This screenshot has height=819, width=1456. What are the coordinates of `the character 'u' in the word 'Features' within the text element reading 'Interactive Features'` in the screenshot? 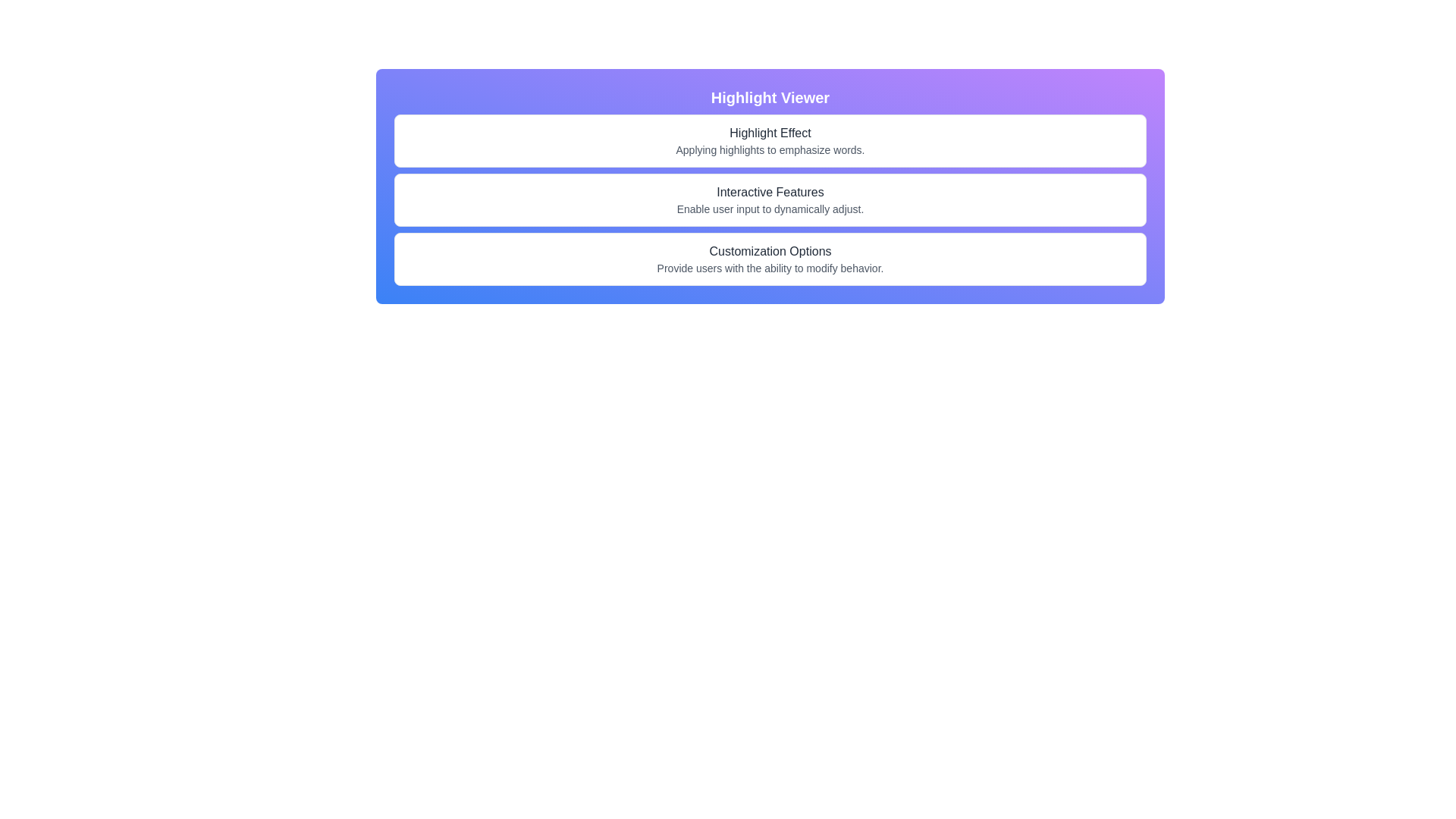 It's located at (803, 191).